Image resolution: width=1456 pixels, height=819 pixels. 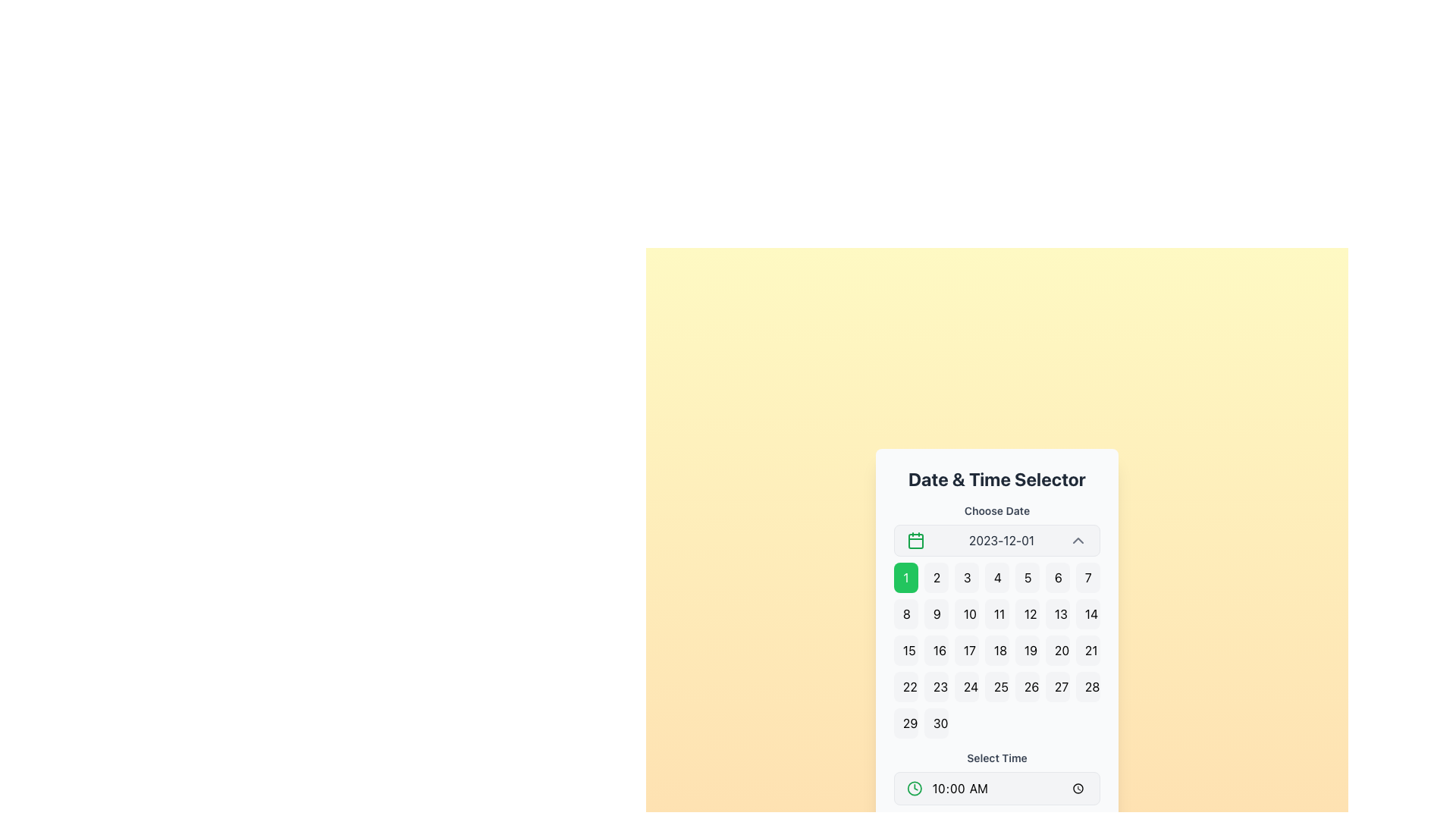 I want to click on the rounded rectangular button displaying the number '14' in the date picker grid, so click(x=1087, y=614).